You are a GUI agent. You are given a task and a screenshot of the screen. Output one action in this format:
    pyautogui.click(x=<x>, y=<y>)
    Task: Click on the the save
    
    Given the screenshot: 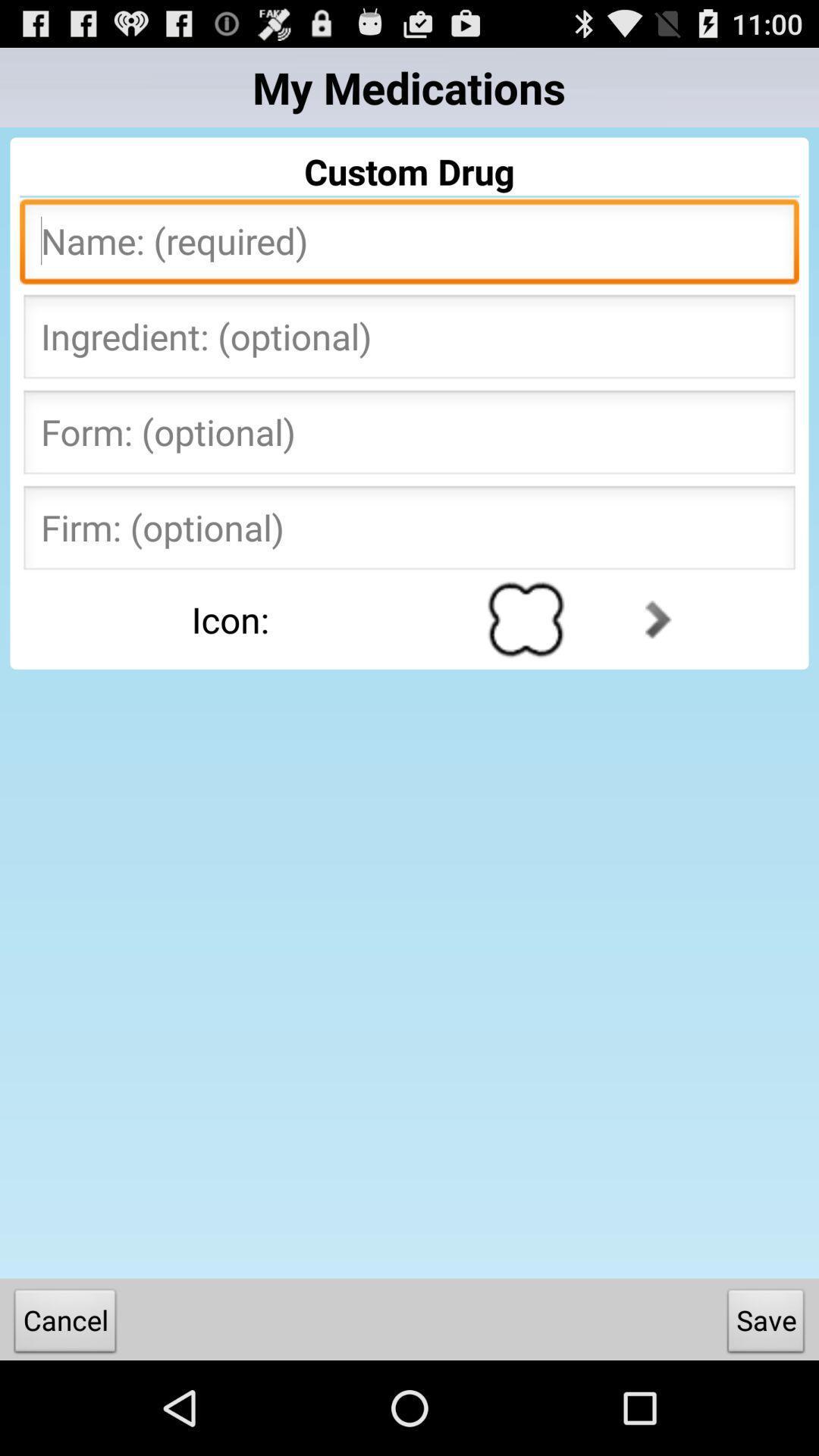 What is the action you would take?
    pyautogui.click(x=766, y=1323)
    